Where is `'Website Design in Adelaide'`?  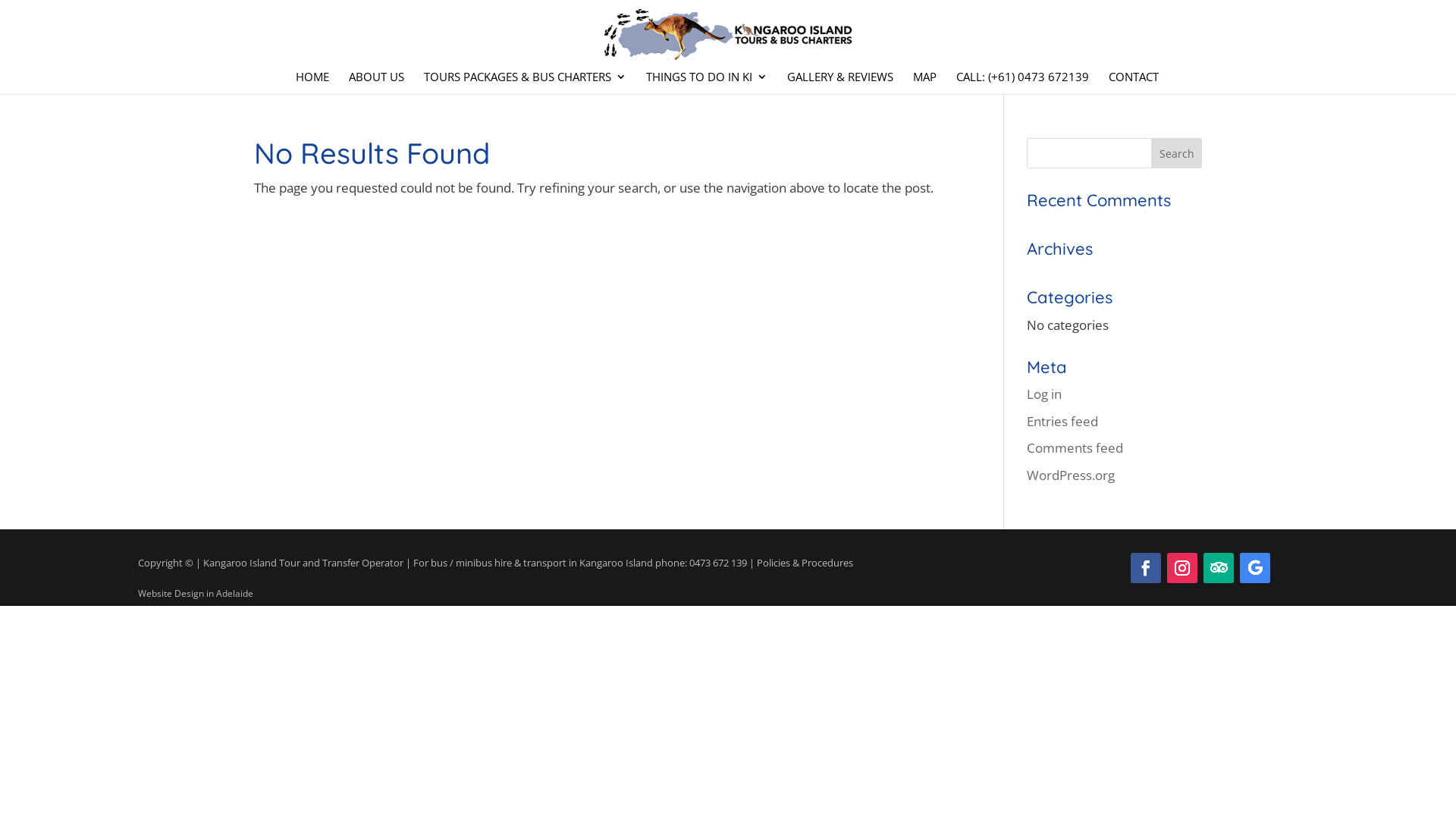
'Website Design in Adelaide' is located at coordinates (195, 592).